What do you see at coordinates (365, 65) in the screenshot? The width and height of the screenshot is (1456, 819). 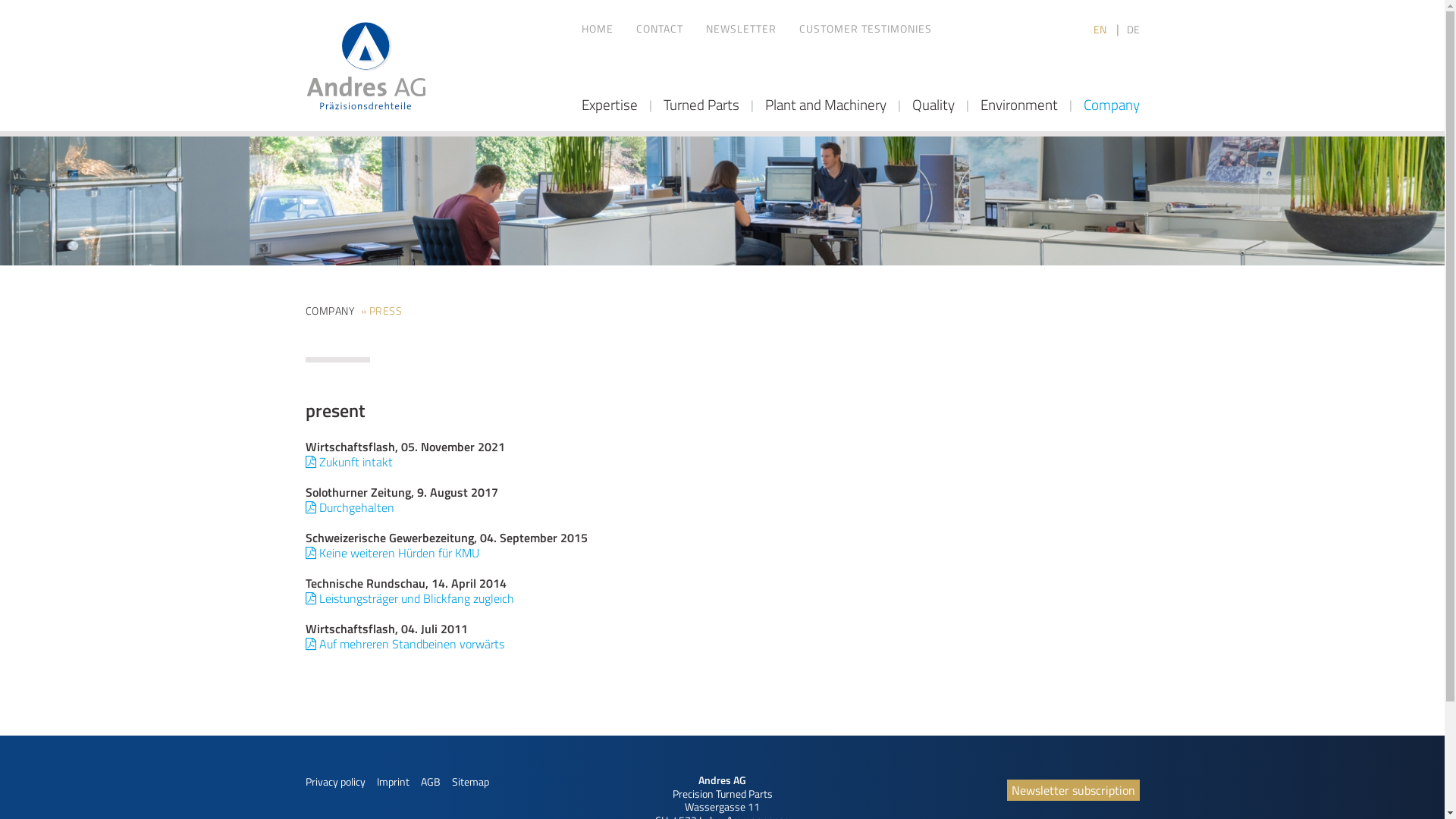 I see `'Andres AG'` at bounding box center [365, 65].